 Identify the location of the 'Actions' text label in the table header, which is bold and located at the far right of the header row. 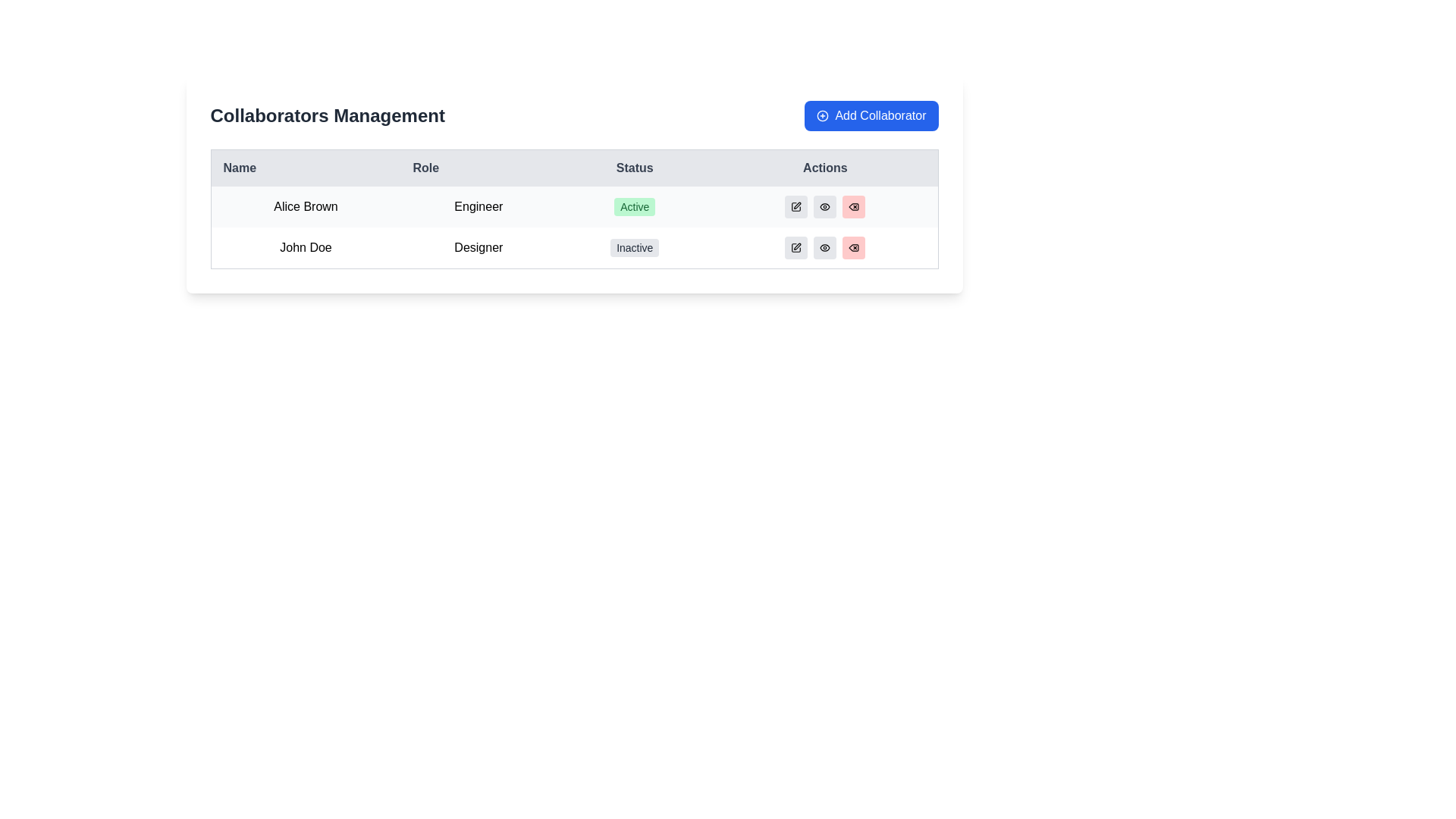
(824, 168).